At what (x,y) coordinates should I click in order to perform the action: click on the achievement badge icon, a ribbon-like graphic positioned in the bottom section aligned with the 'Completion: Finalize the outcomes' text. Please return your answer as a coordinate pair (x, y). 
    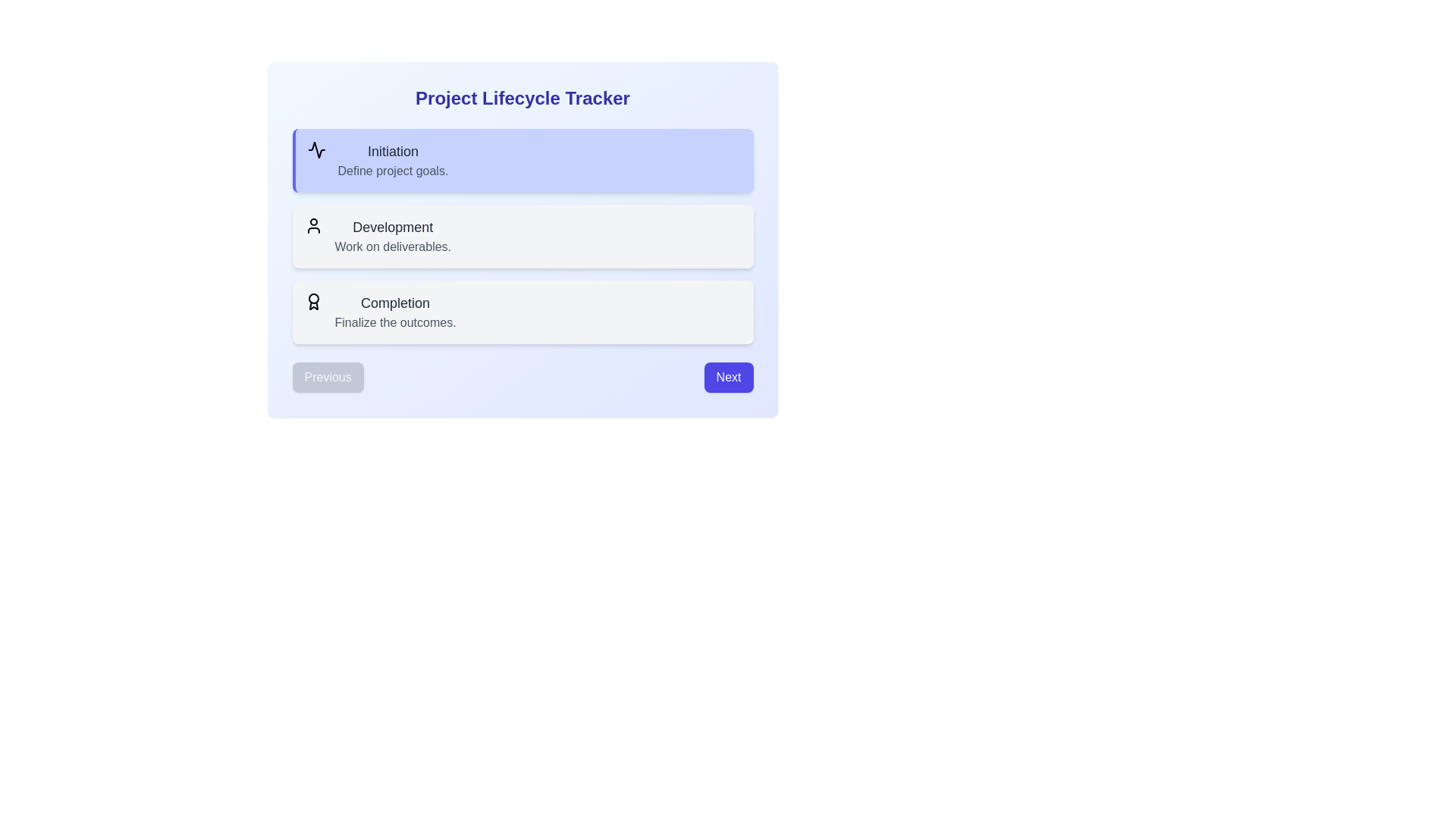
    Looking at the image, I should click on (312, 306).